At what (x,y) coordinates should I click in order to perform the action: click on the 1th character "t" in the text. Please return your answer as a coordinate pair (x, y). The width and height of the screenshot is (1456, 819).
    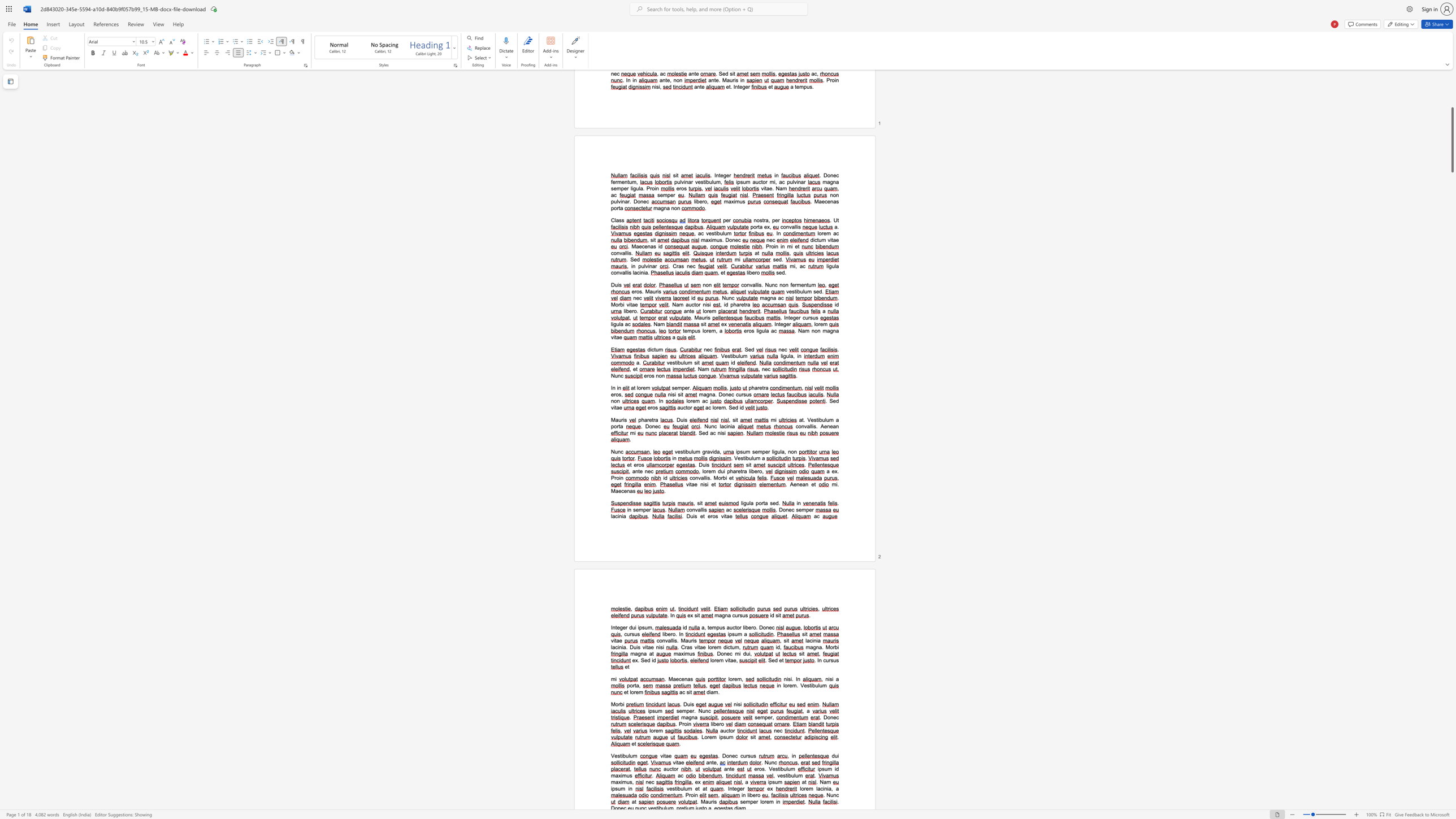
    Looking at the image, I should click on (653, 654).